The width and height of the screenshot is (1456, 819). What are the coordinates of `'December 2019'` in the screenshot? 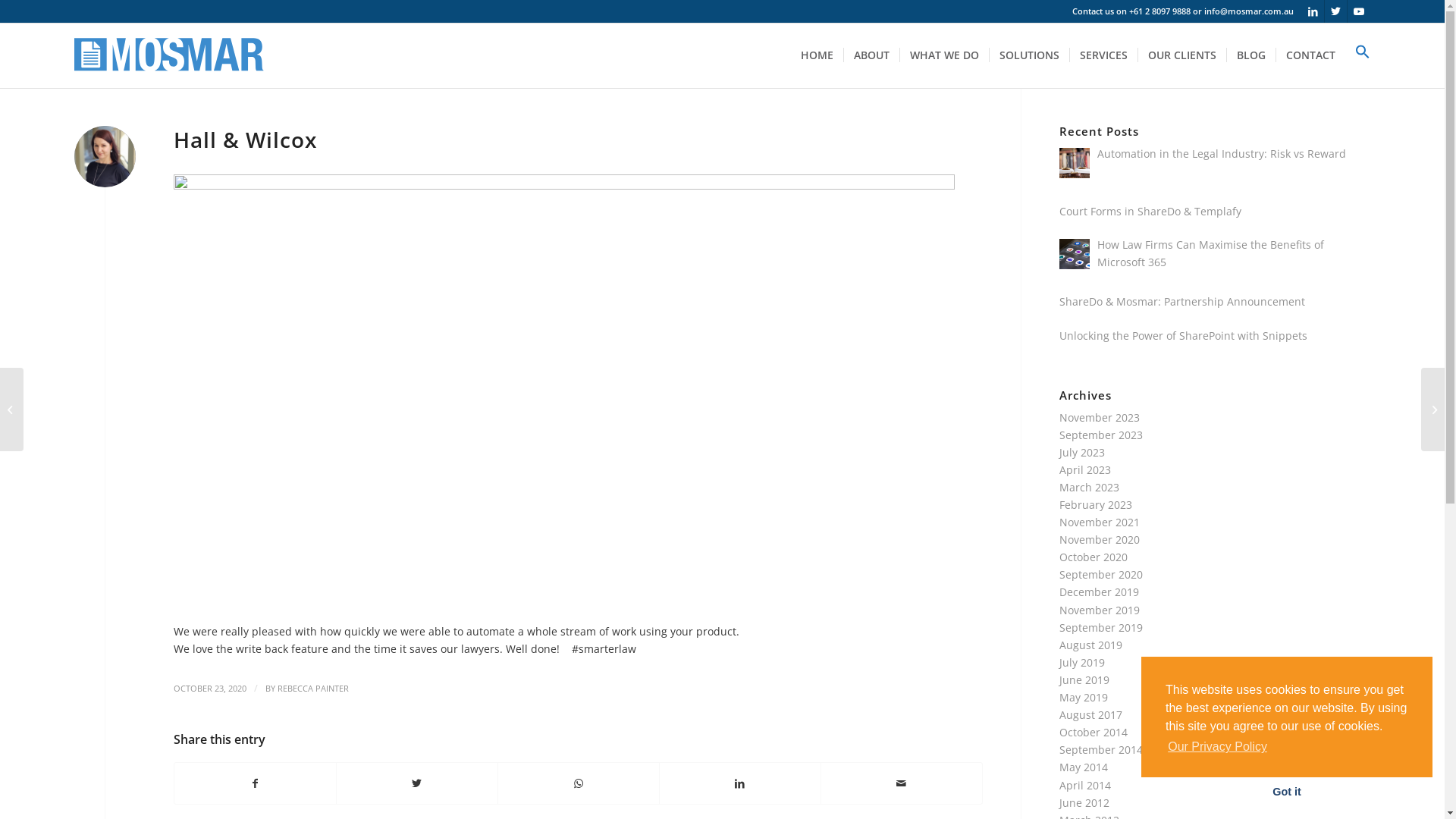 It's located at (1099, 591).